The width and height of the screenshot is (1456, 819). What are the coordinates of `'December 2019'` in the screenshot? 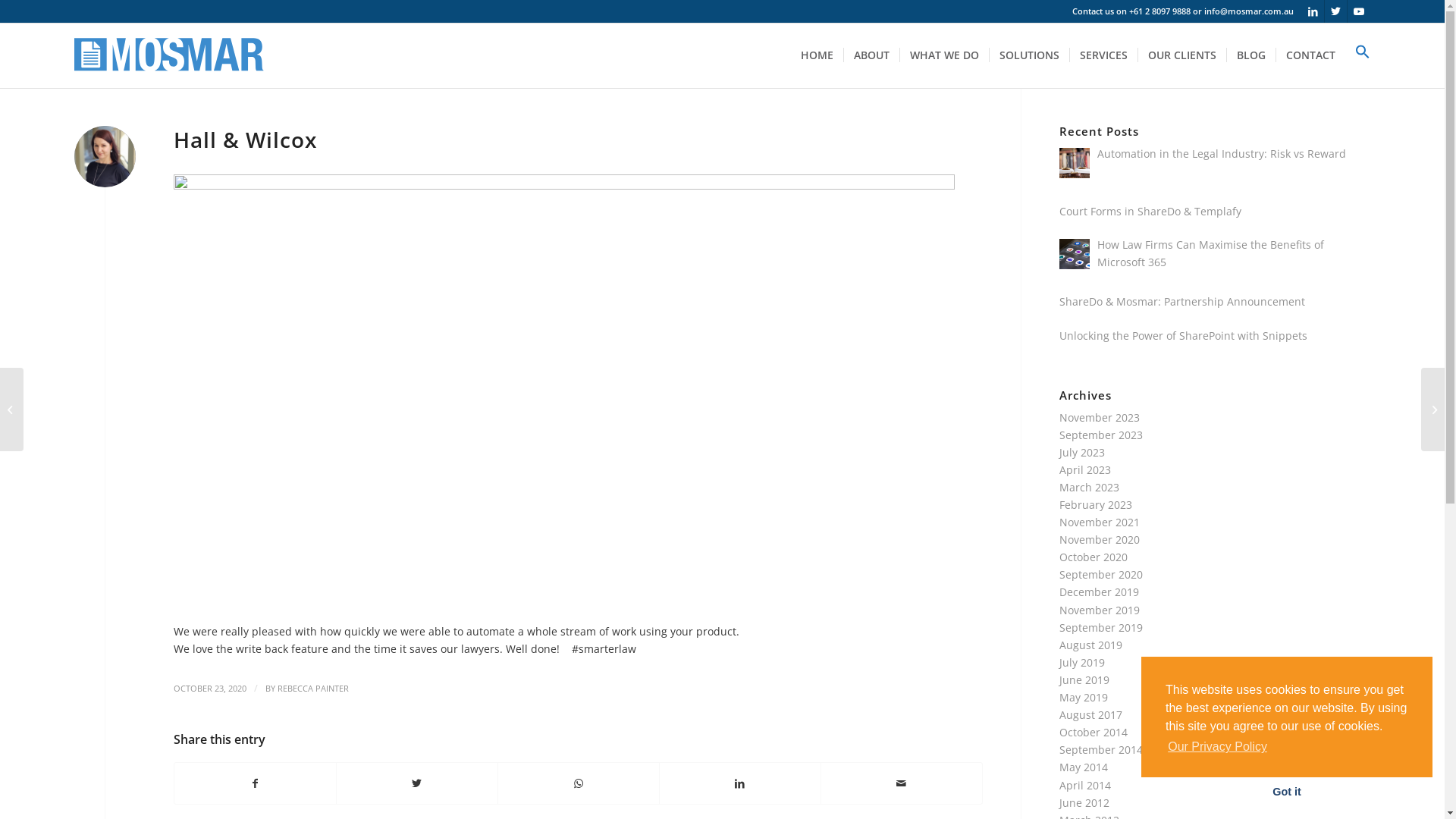 It's located at (1099, 591).